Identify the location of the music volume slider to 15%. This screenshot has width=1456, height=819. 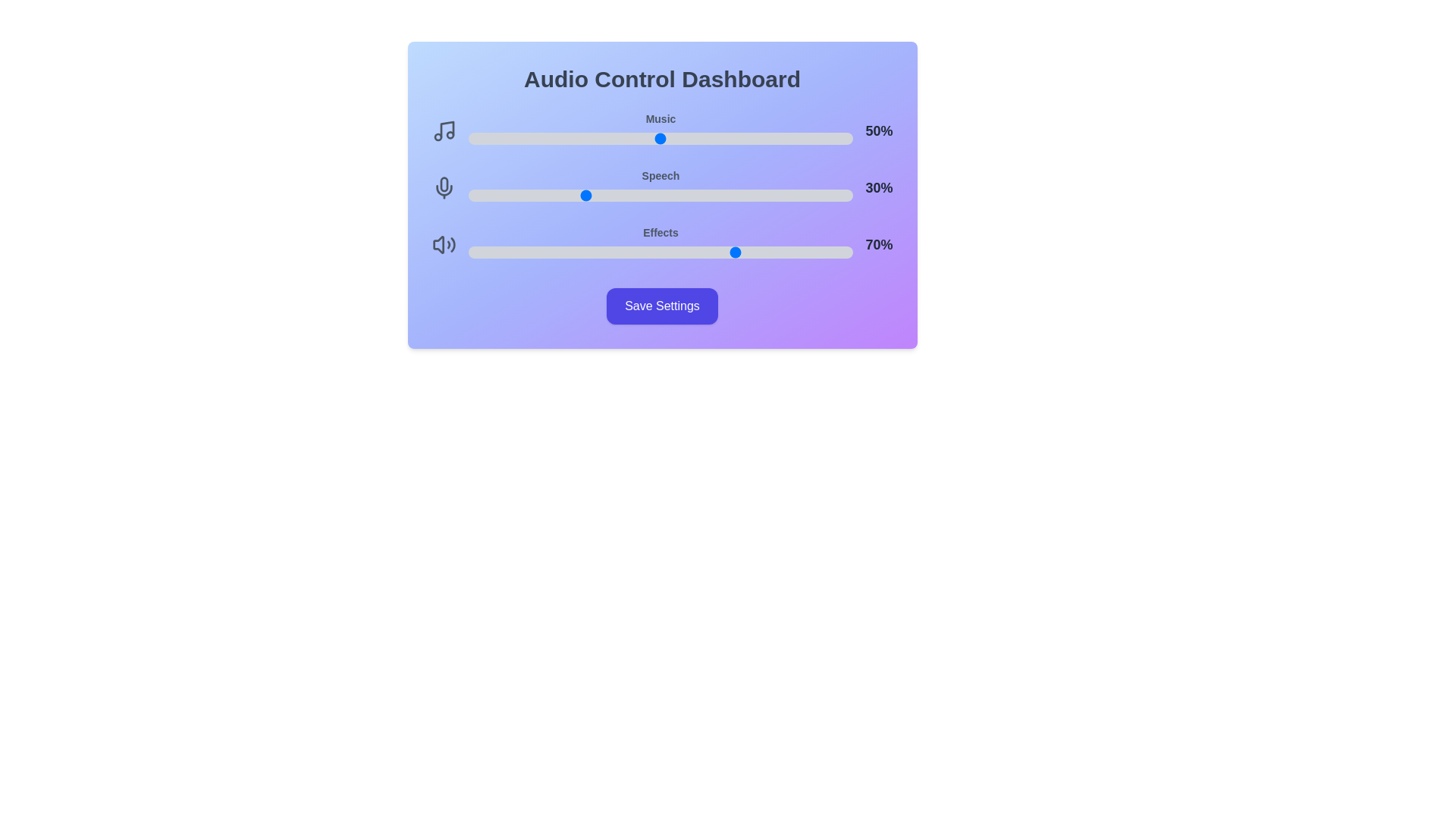
(526, 138).